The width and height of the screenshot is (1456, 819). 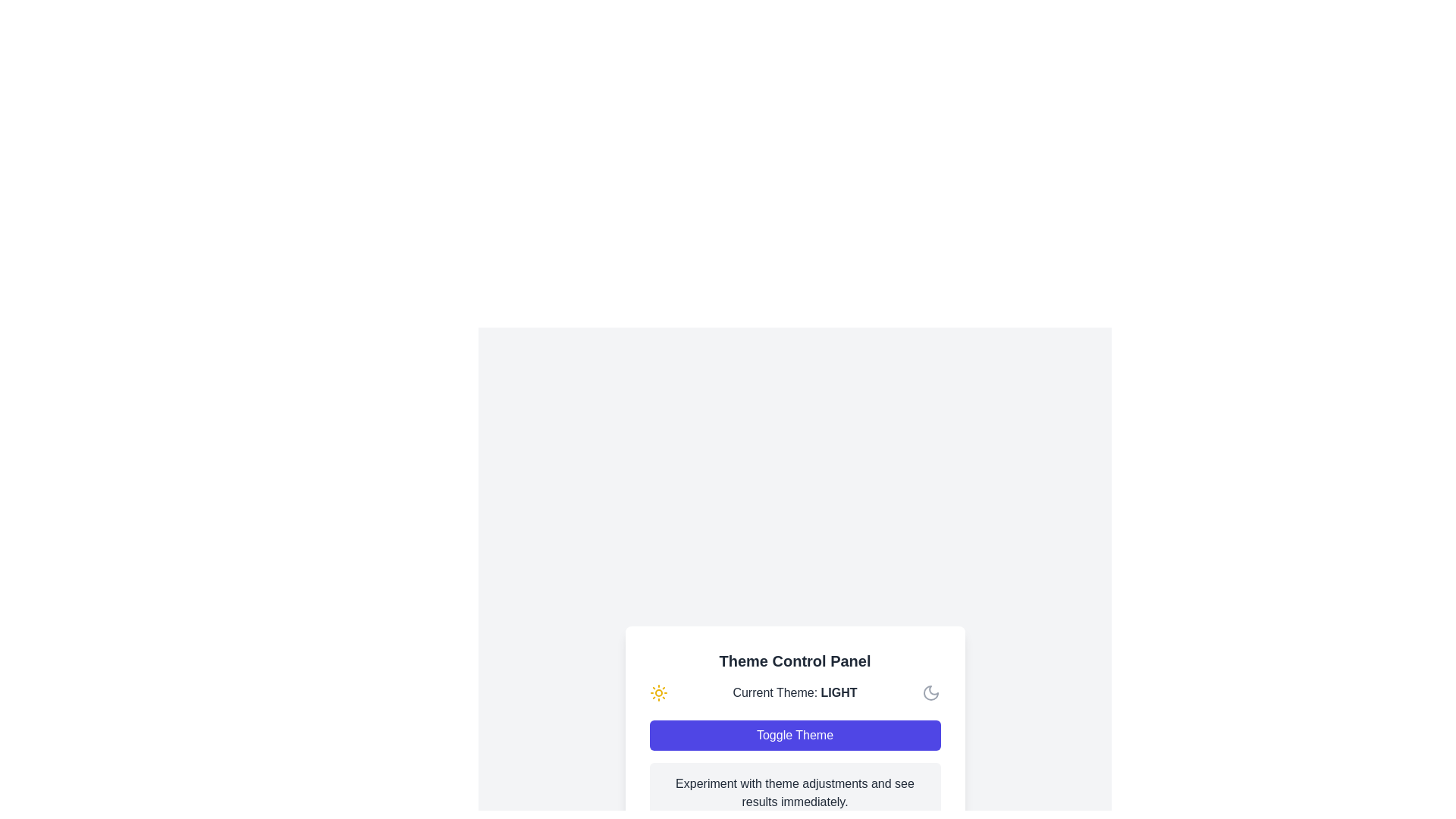 I want to click on the informational label indicating the current theme selected, which displays 'LIGHT' and is located in the middle of the 'Theme Control Panel' above the 'Toggle Theme' button, so click(x=794, y=693).